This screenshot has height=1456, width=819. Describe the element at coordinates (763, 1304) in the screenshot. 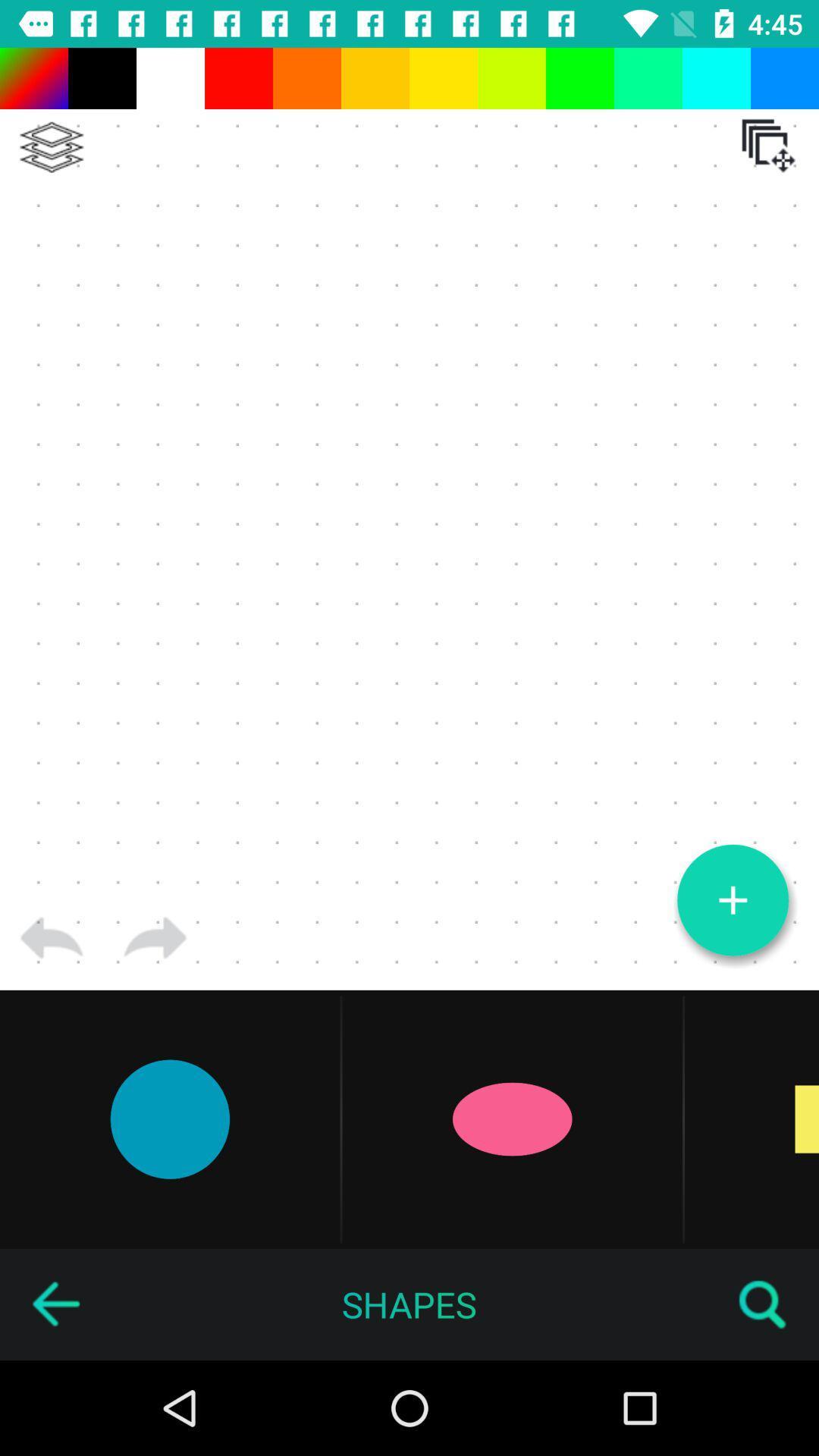

I see `search` at that location.